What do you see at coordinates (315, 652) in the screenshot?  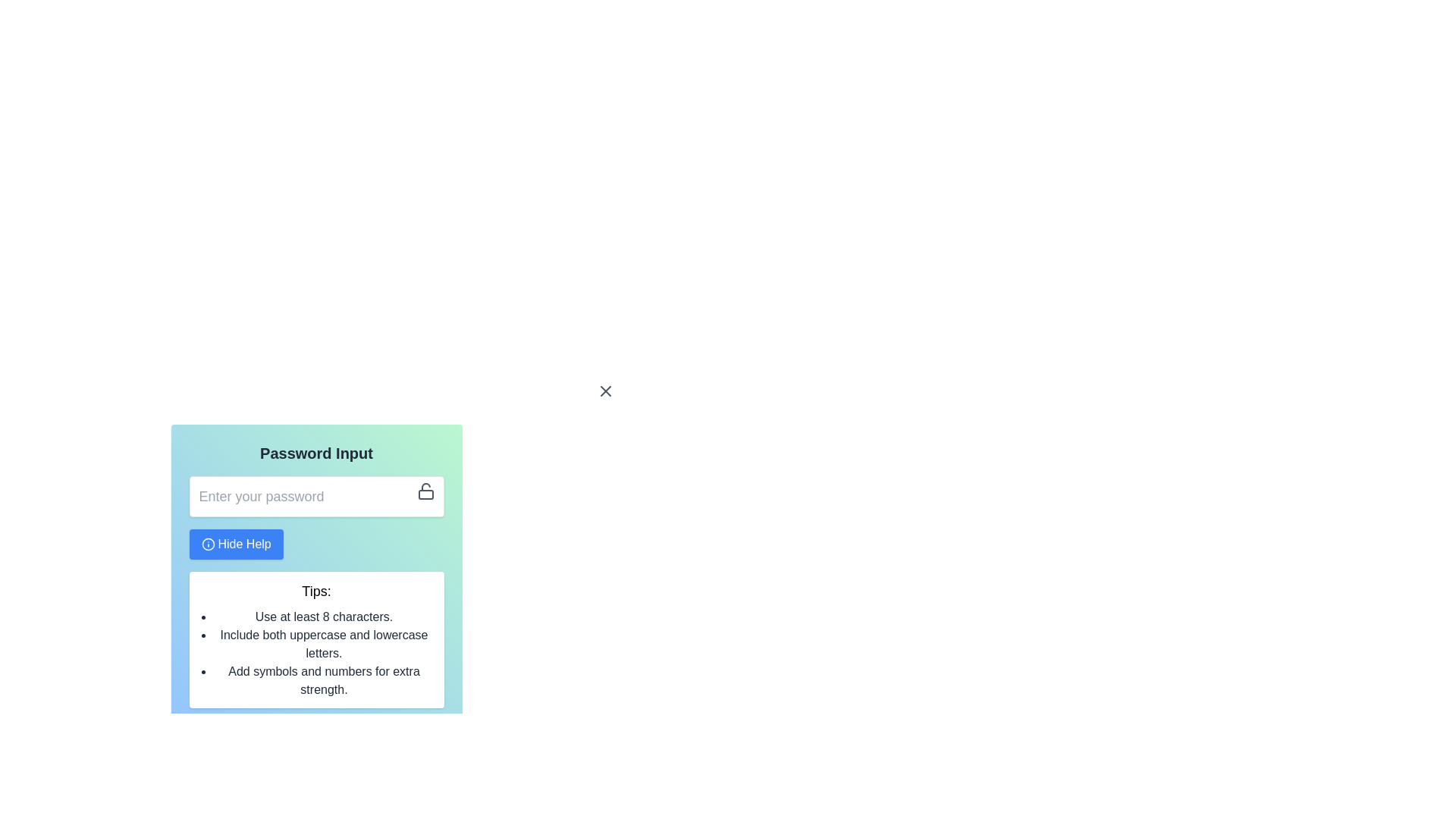 I see `tips from the textual component containing three bullet points about creating a strong password, which is located directly below the title 'Tips:' in the 'Password Input' box` at bounding box center [315, 652].